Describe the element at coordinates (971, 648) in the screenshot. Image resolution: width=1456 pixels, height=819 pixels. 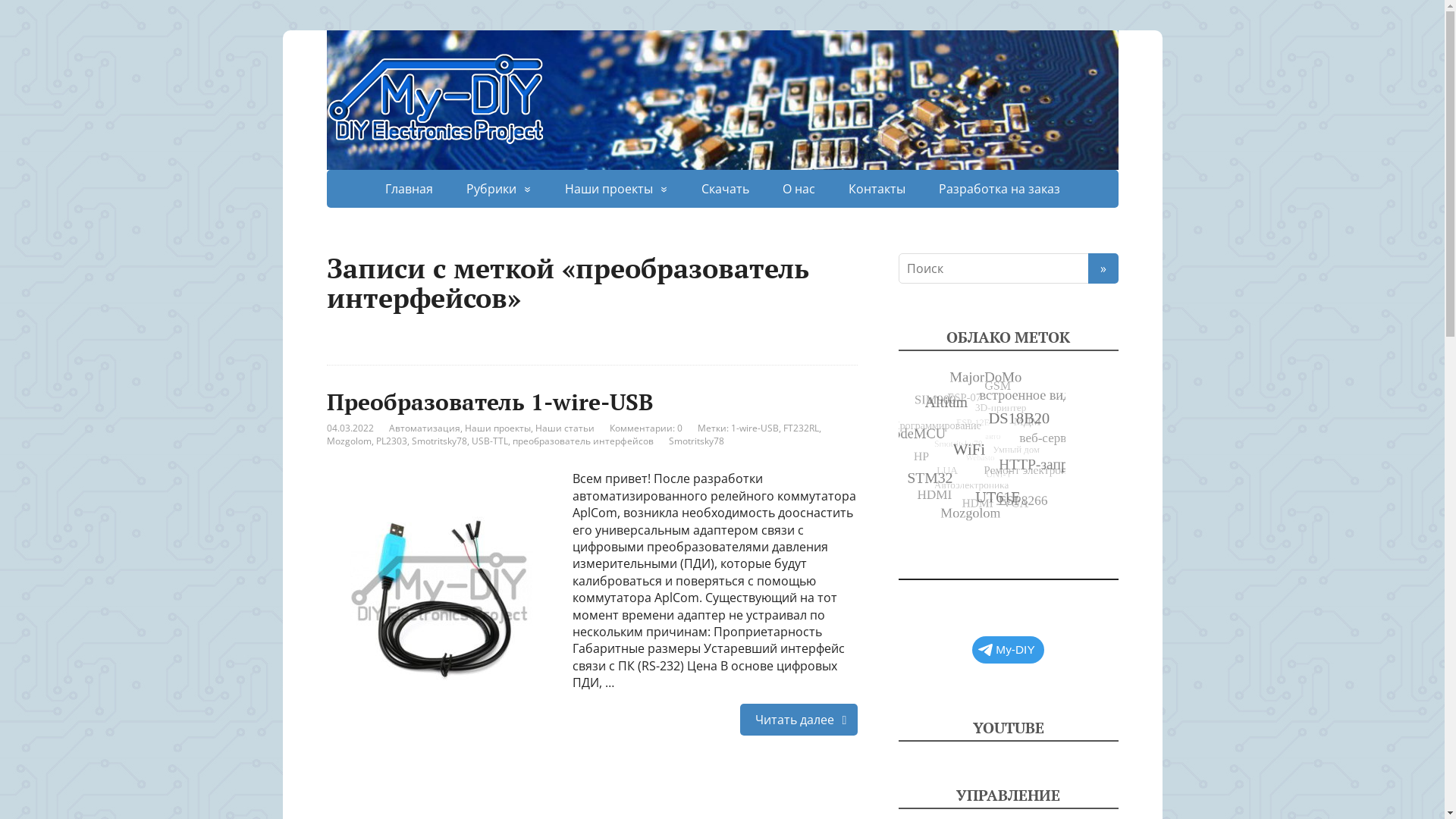
I see `'My-DIY'` at that location.